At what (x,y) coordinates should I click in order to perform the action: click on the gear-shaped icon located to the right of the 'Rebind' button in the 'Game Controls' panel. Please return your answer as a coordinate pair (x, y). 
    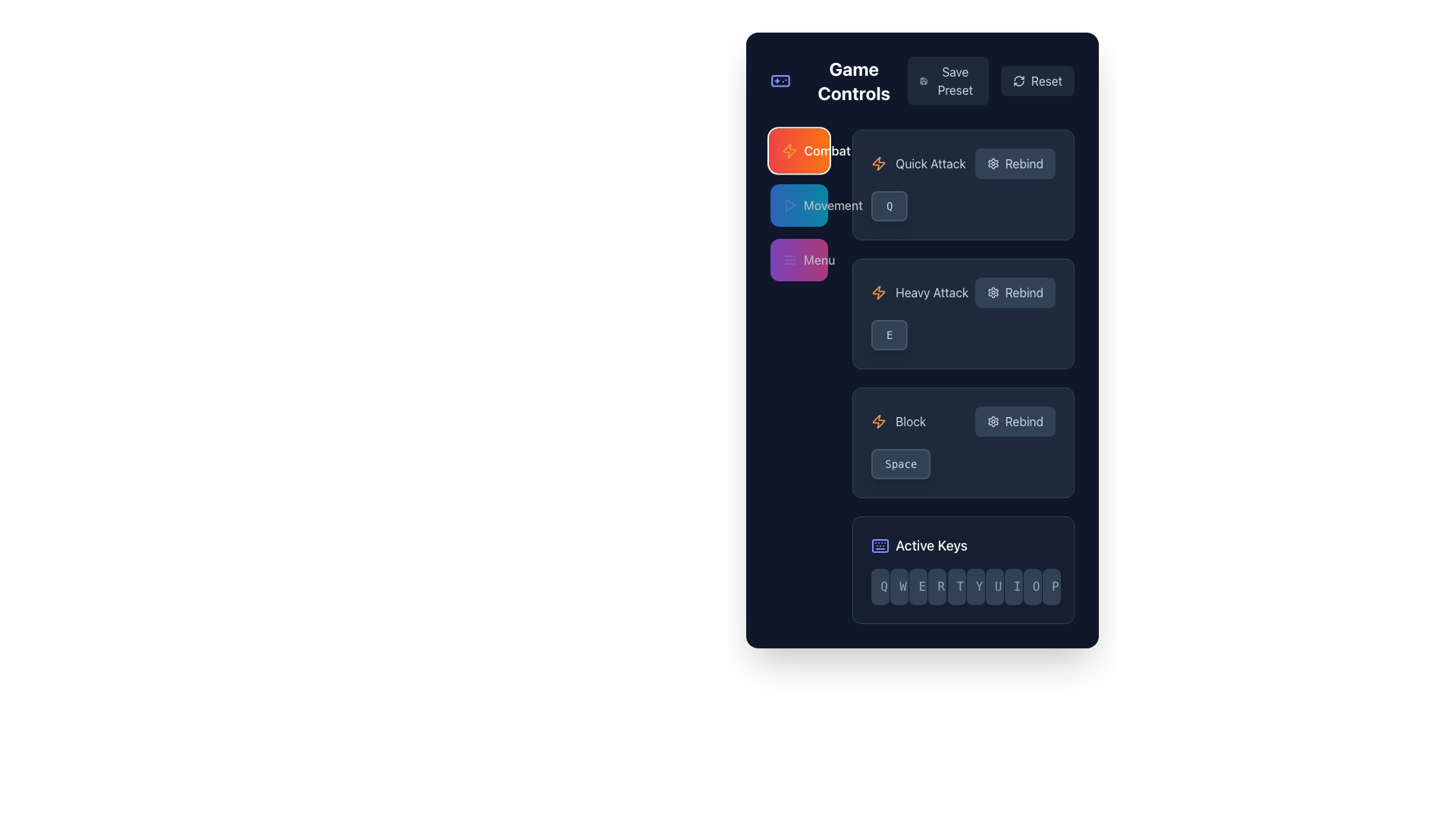
    Looking at the image, I should click on (993, 292).